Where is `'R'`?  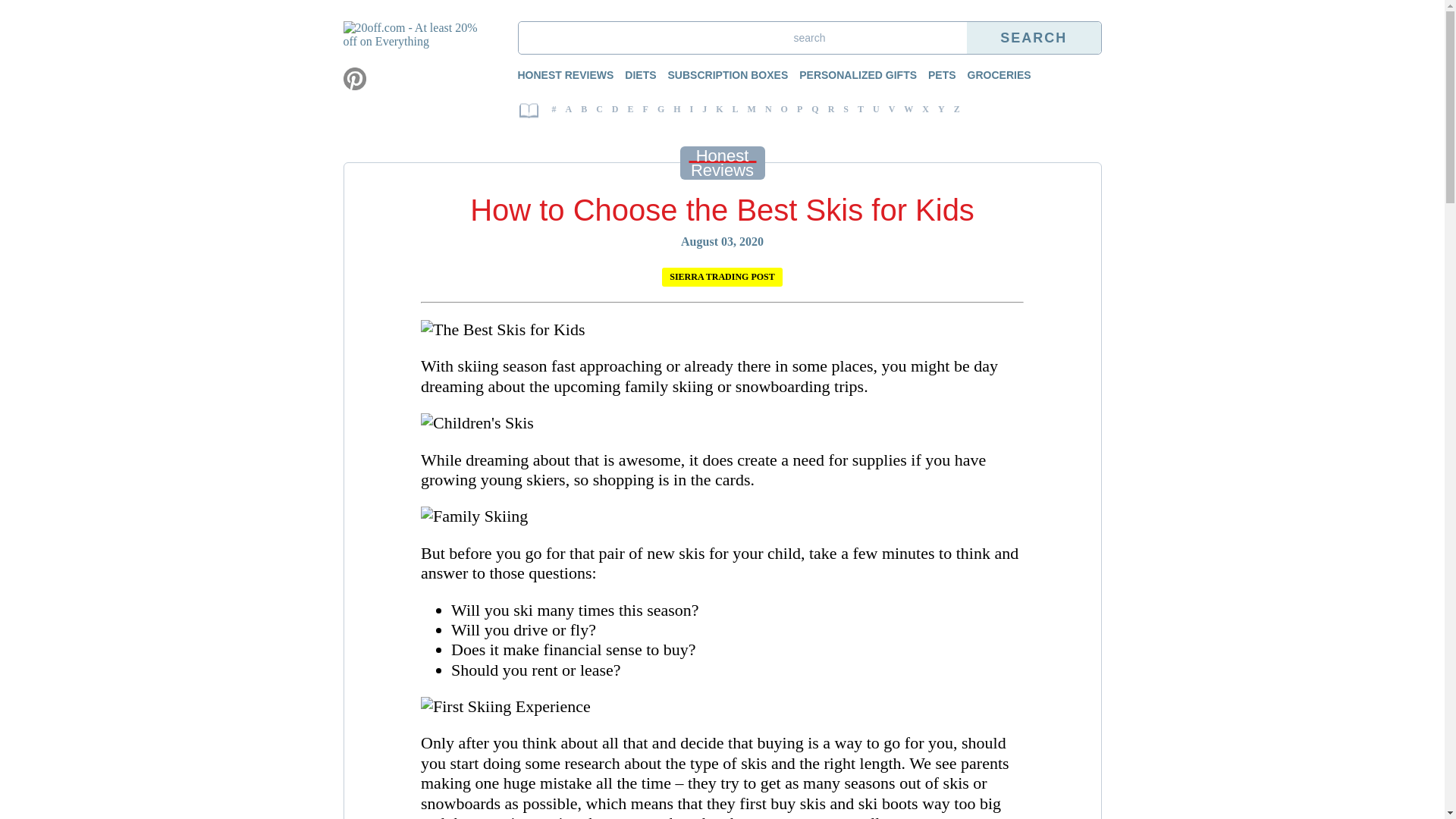
'R' is located at coordinates (830, 108).